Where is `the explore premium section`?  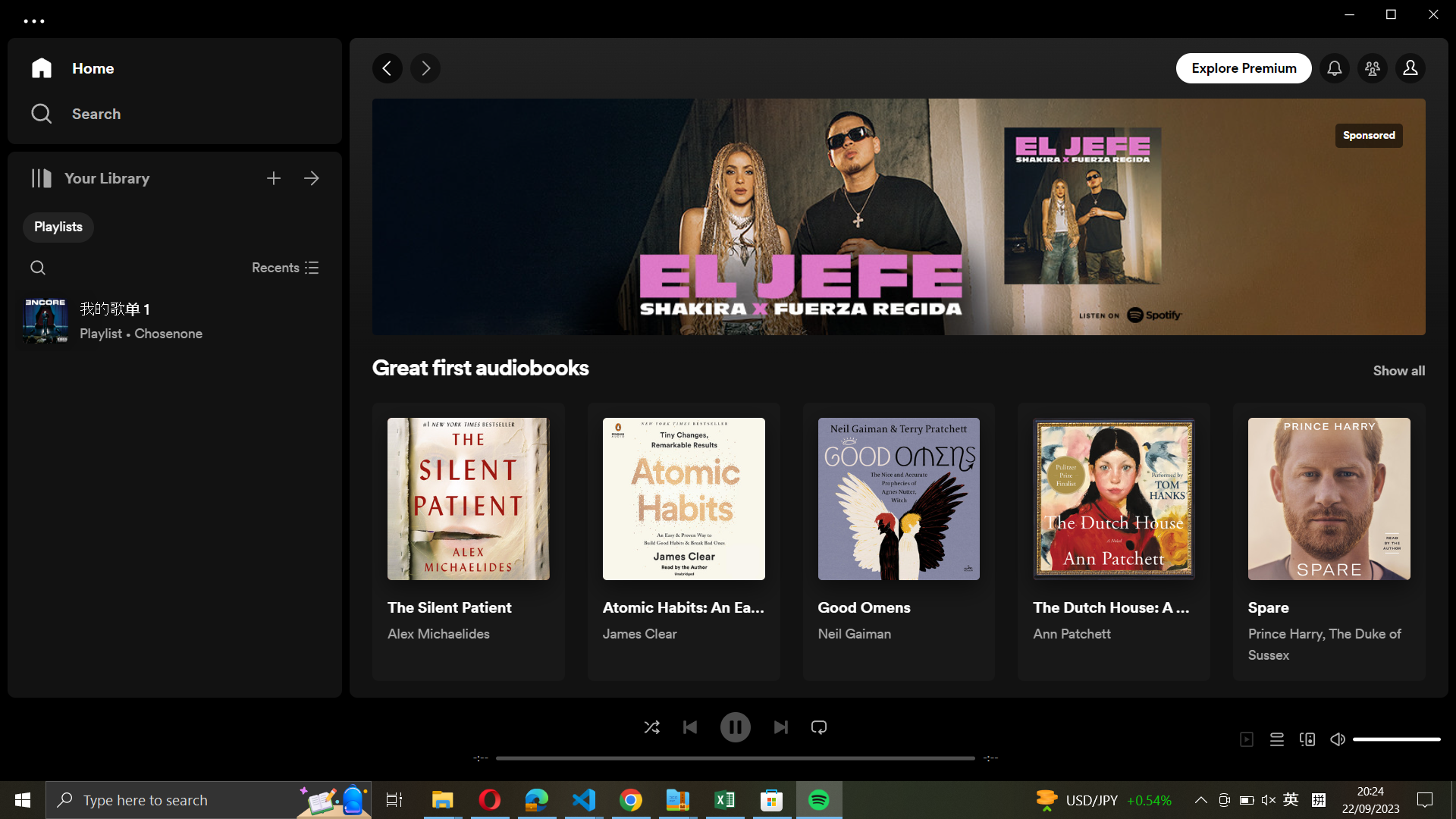
the explore premium section is located at coordinates (1245, 67).